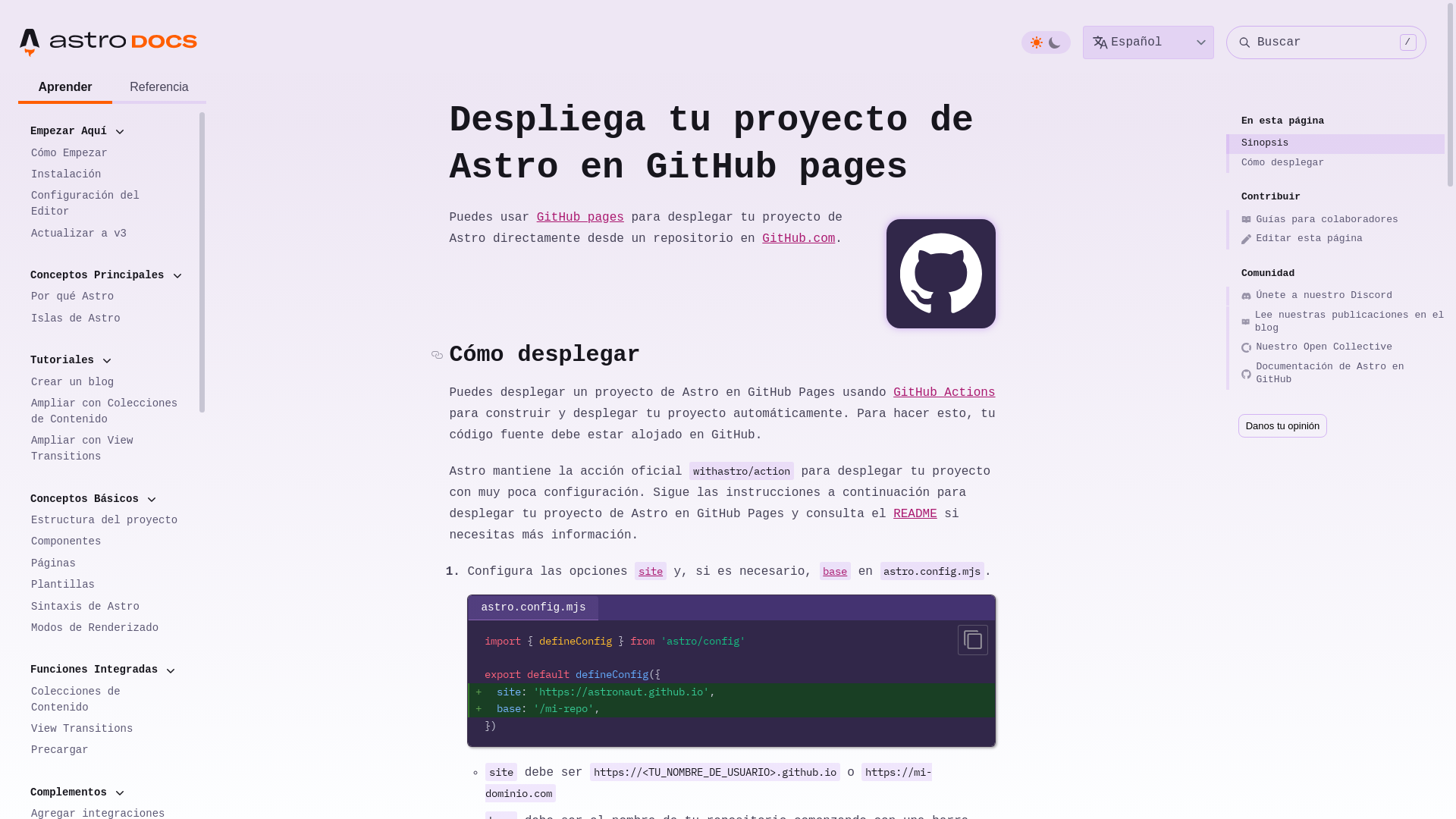  I want to click on 'Ampliar con View Transitions', so click(18, 447).